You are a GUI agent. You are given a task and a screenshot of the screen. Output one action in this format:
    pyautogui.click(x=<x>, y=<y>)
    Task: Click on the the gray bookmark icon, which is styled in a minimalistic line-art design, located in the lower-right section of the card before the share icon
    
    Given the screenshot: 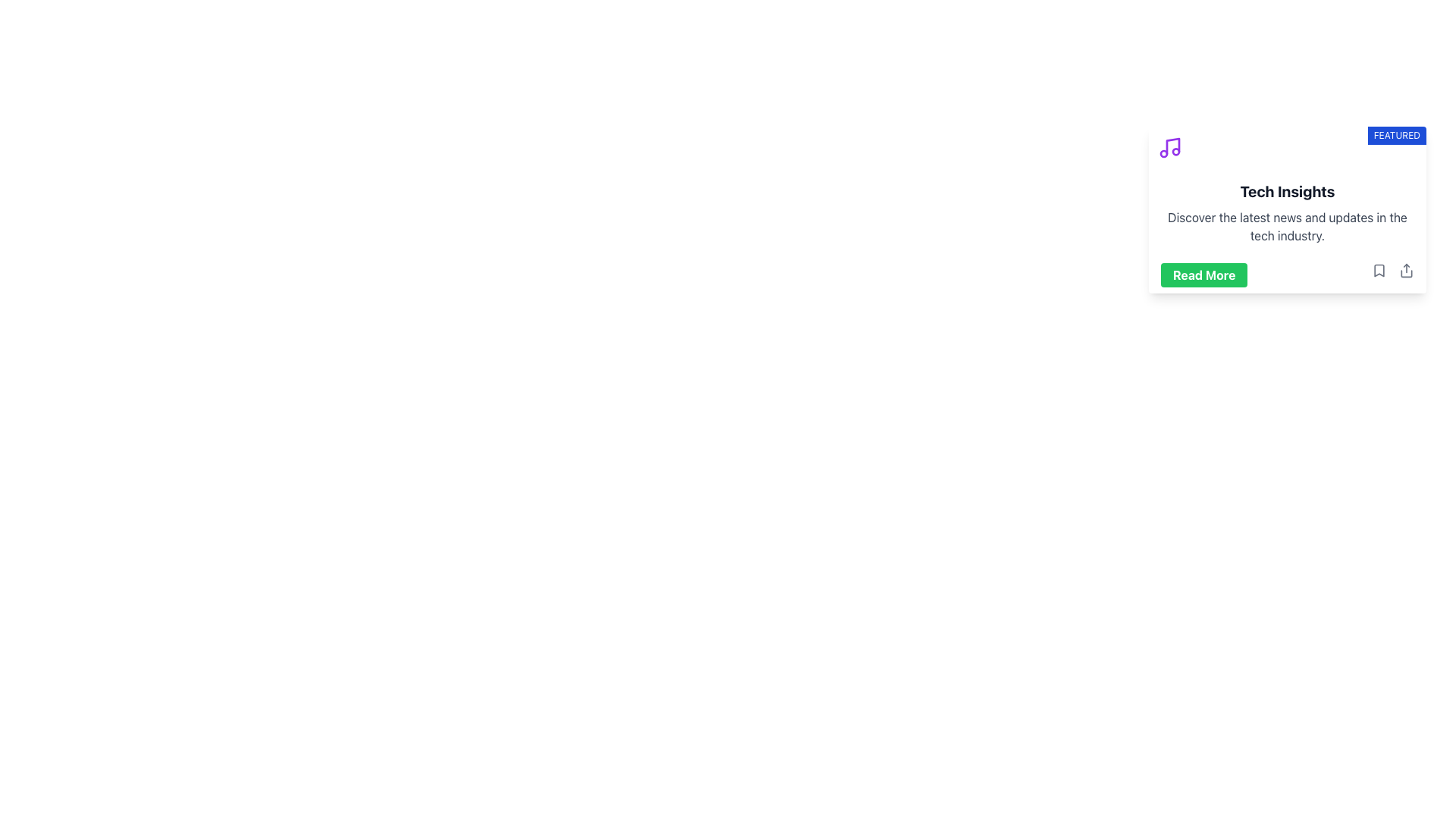 What is the action you would take?
    pyautogui.click(x=1379, y=270)
    